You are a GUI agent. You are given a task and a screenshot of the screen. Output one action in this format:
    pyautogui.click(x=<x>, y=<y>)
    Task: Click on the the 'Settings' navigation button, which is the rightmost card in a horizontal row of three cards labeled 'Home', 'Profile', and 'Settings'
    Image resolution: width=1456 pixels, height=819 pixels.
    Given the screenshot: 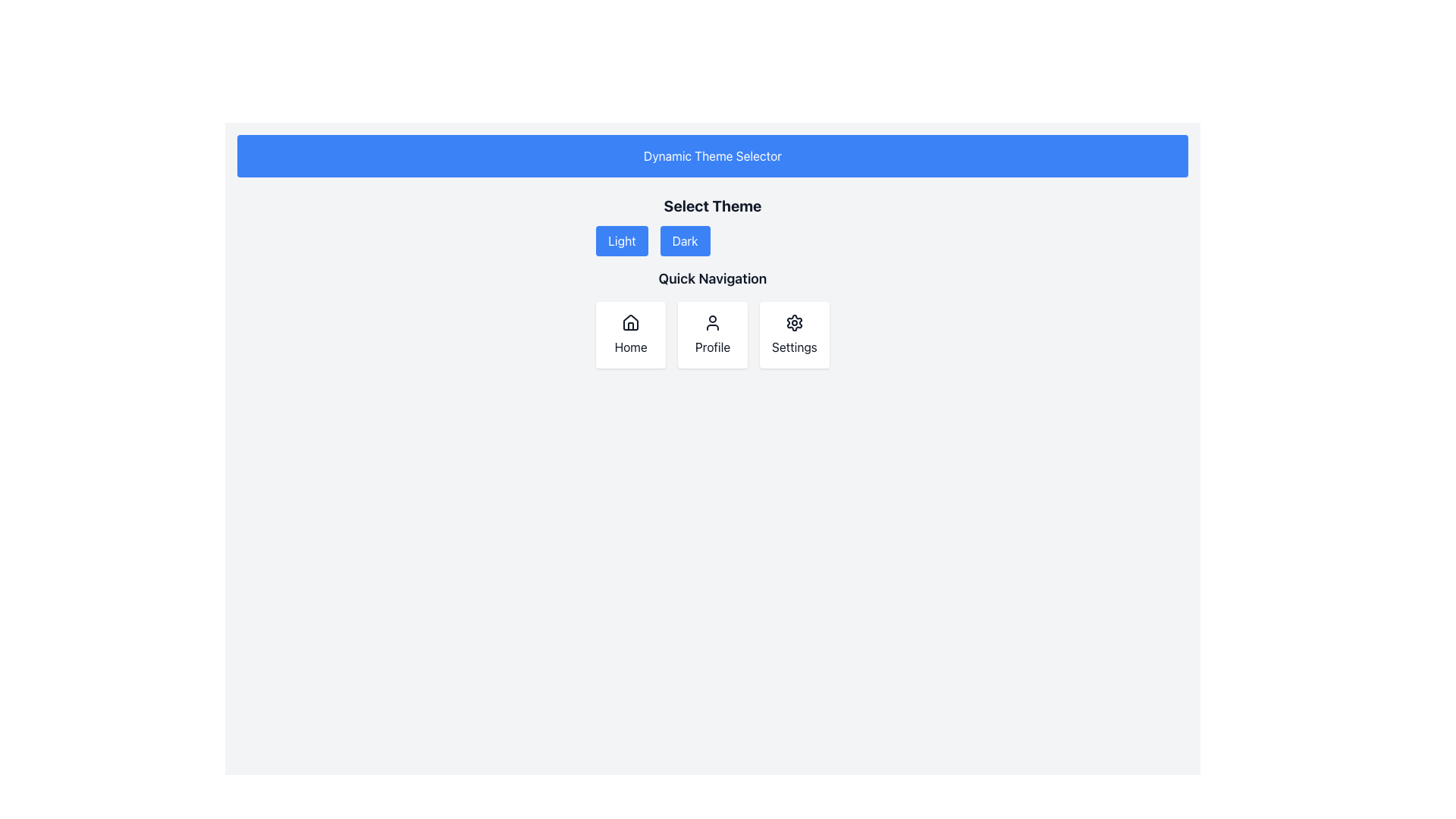 What is the action you would take?
    pyautogui.click(x=793, y=334)
    